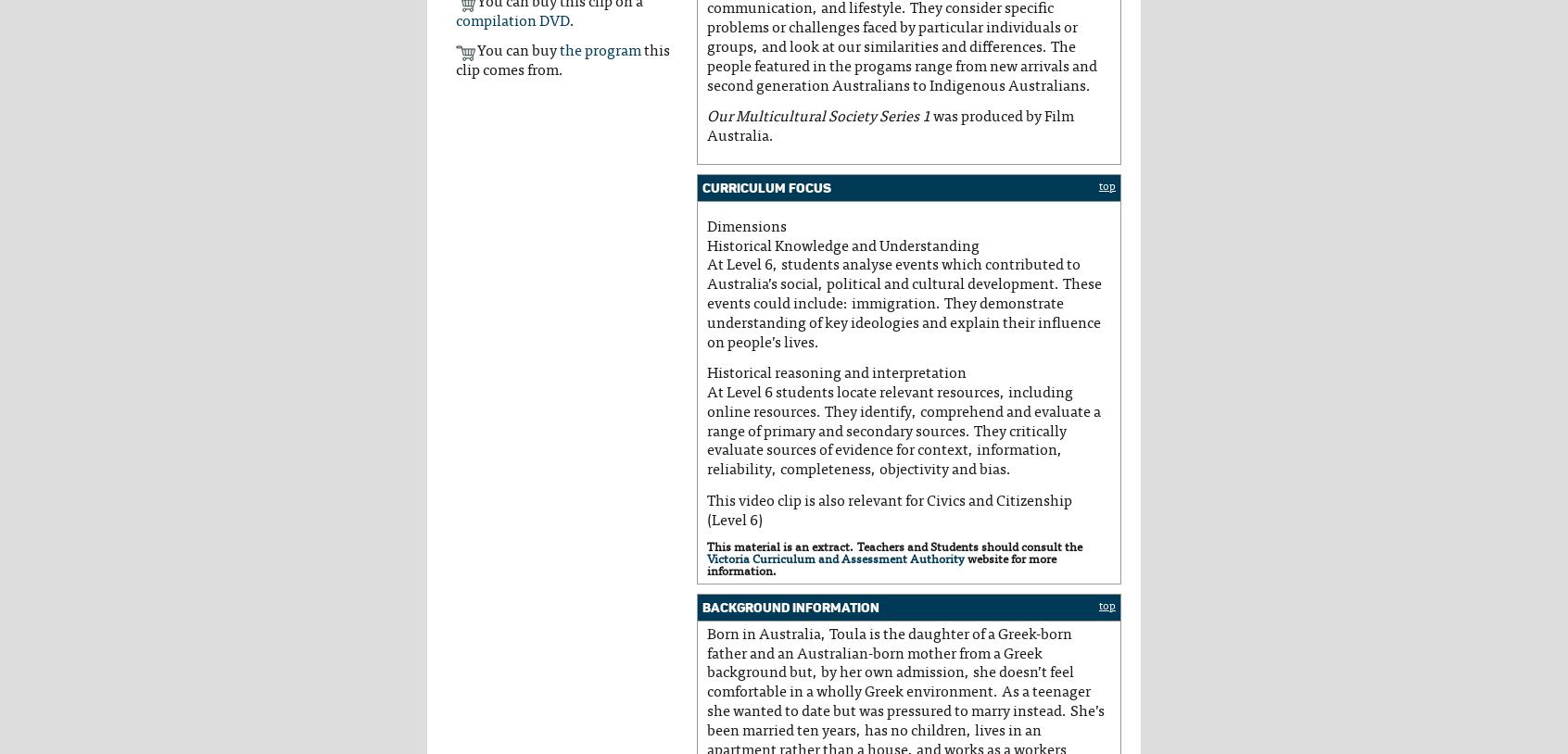  What do you see at coordinates (890, 509) in the screenshot?
I see `'This video clip is also relevant for Civics and Citizenship (Level 6)'` at bounding box center [890, 509].